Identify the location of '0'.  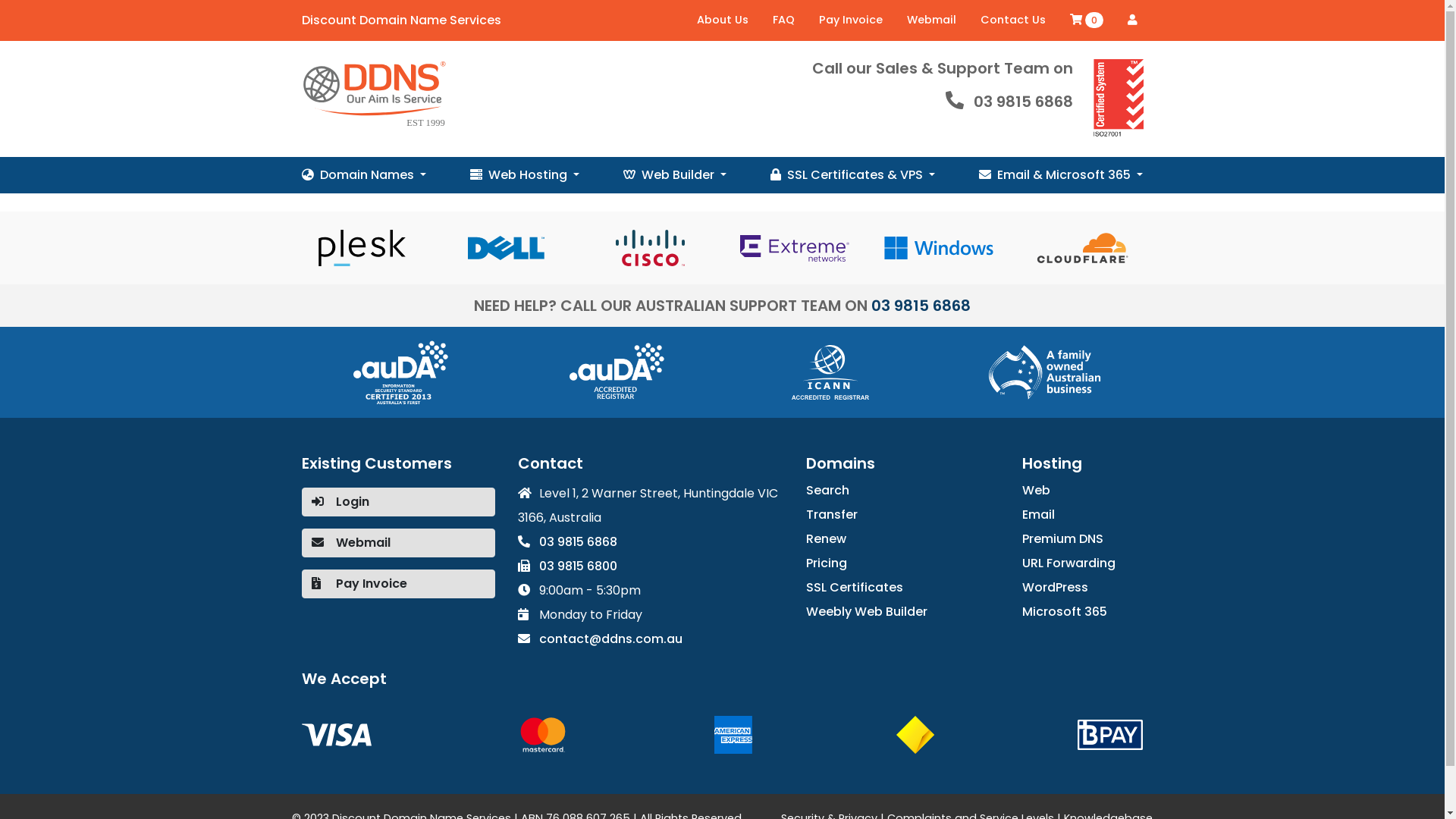
(1084, 20).